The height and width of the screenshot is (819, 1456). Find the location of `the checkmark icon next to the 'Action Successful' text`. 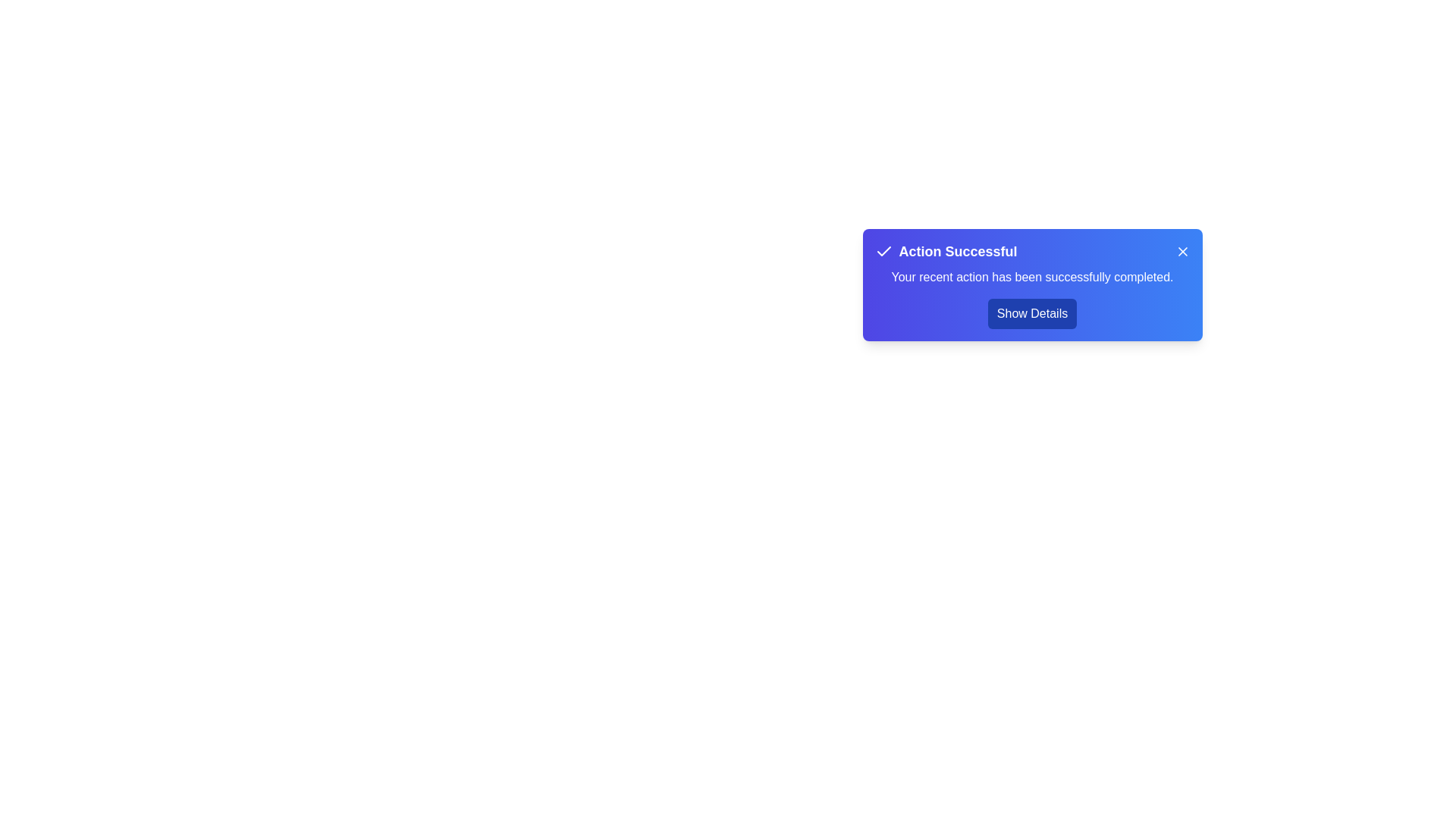

the checkmark icon next to the 'Action Successful' text is located at coordinates (883, 250).